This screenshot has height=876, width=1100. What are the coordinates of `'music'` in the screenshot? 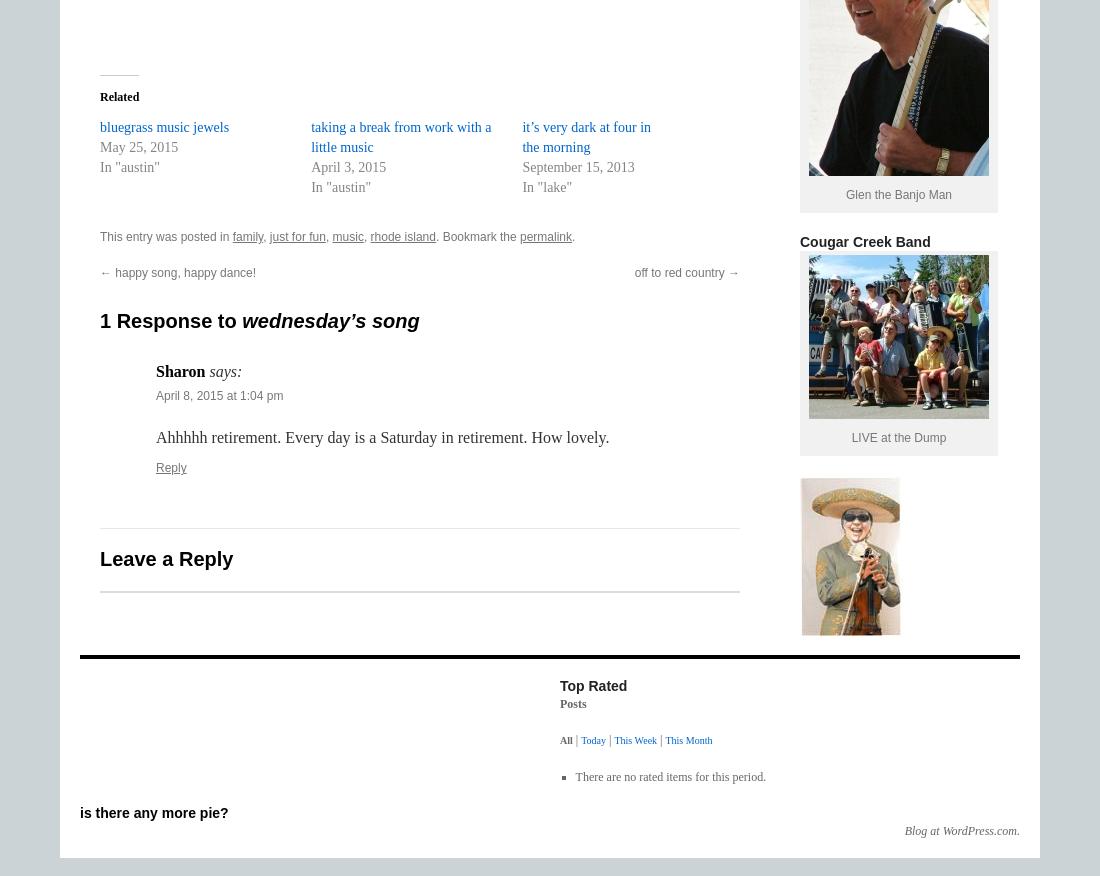 It's located at (347, 235).